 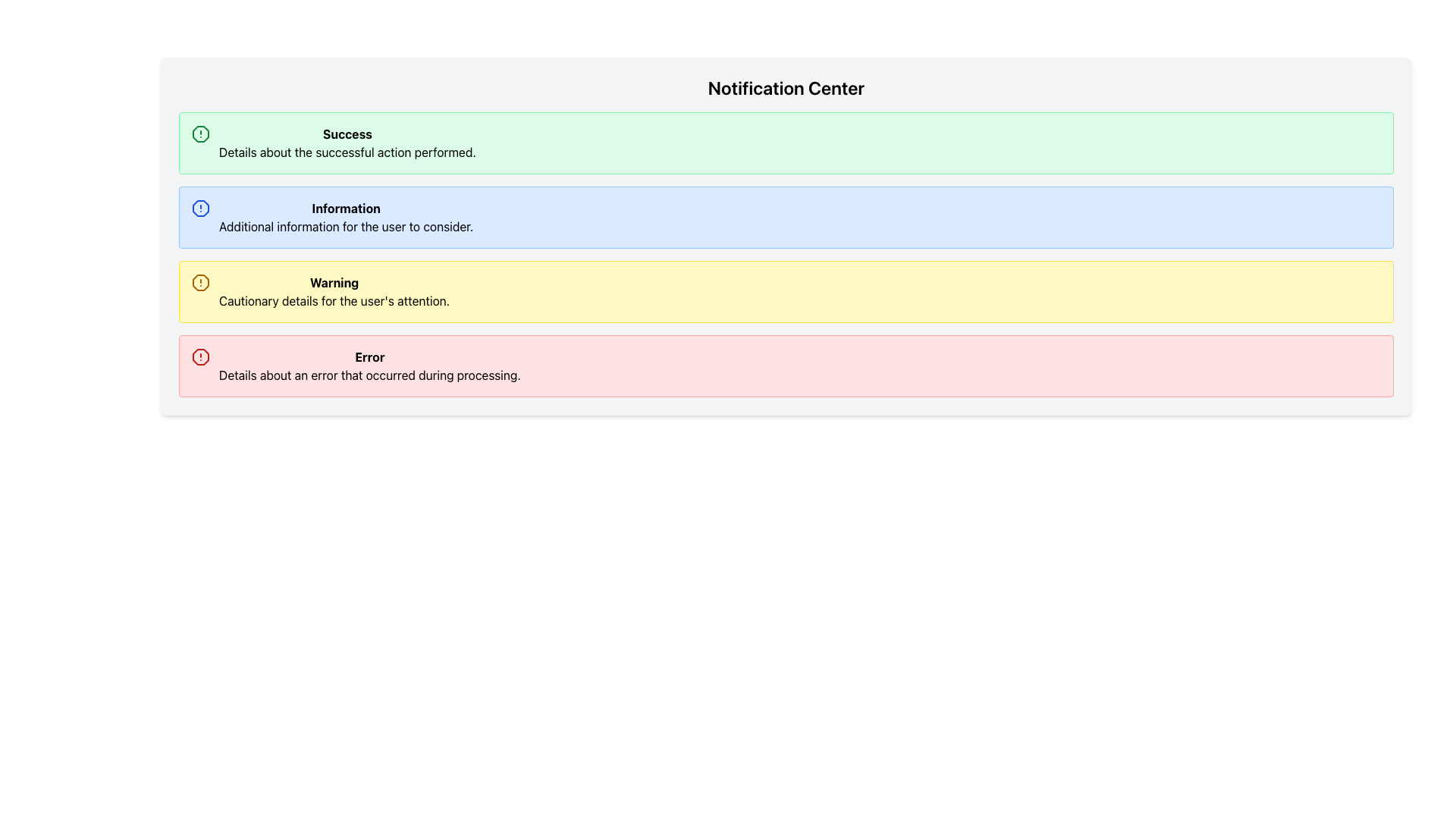 What do you see at coordinates (786, 217) in the screenshot?
I see `informational message from the Notification panel, which is the second item in the stack of notifications` at bounding box center [786, 217].